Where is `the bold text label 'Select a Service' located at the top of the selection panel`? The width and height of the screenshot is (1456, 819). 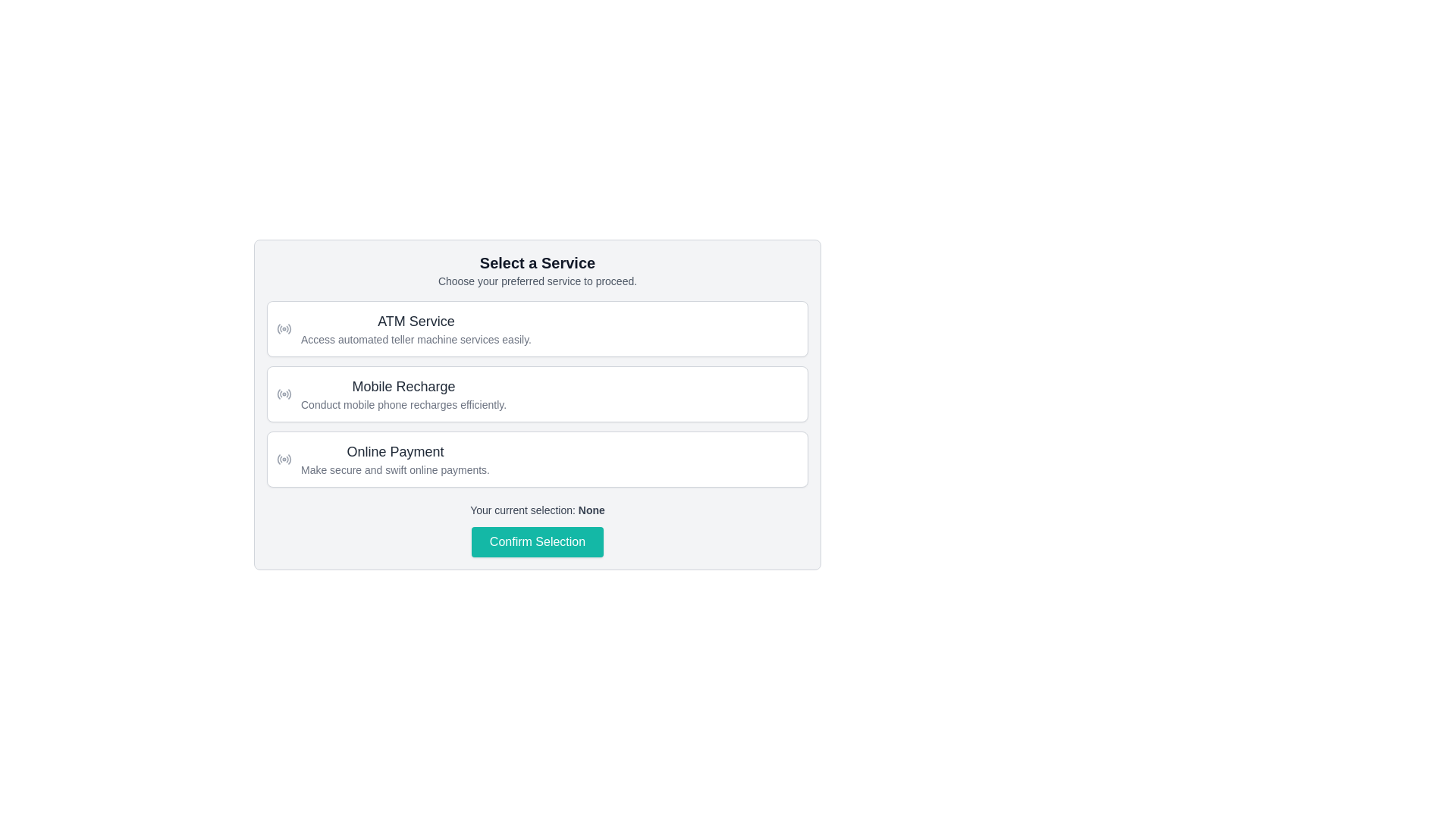 the bold text label 'Select a Service' located at the top of the selection panel is located at coordinates (538, 262).